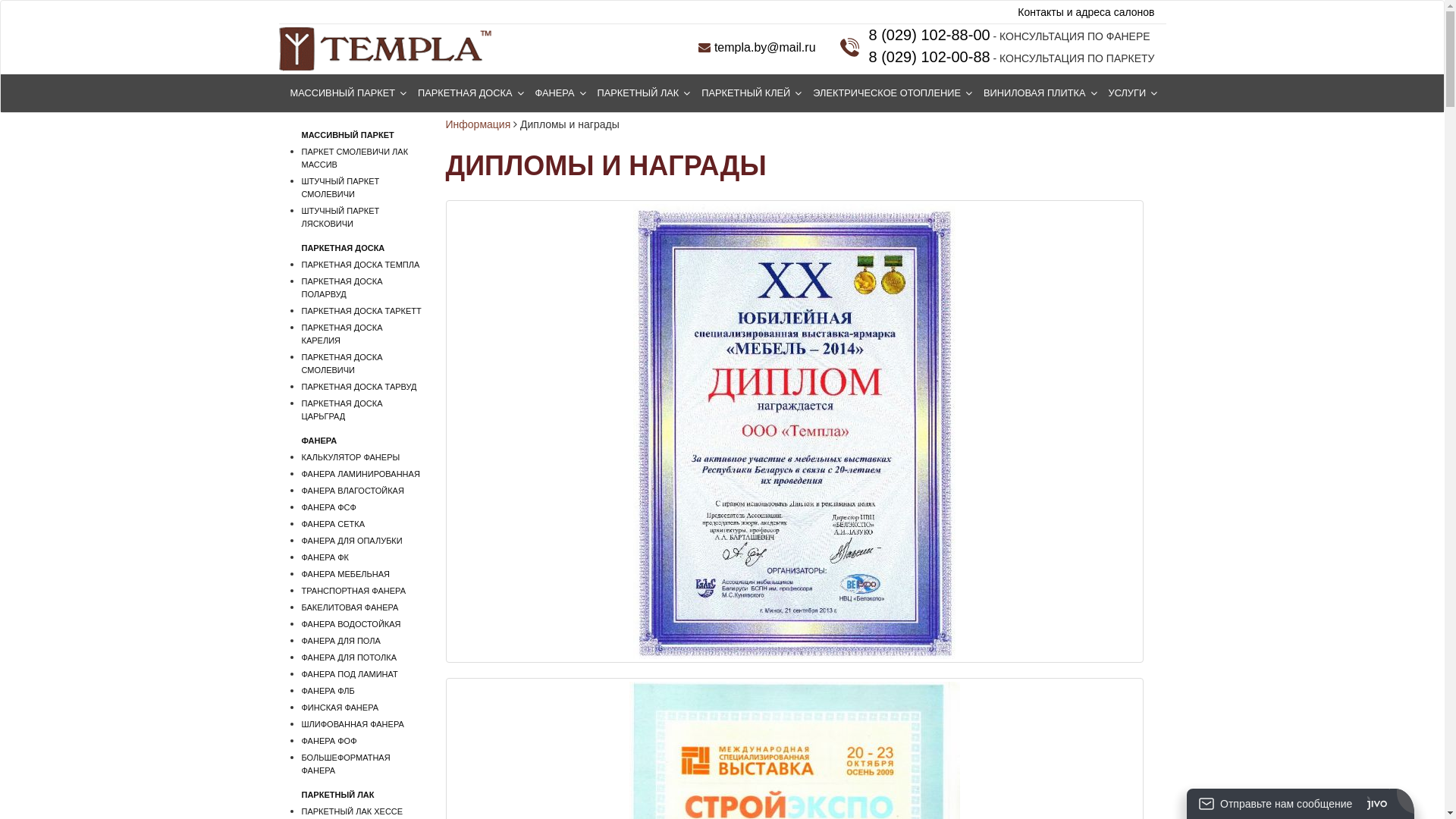 The height and width of the screenshot is (819, 1456). Describe the element at coordinates (757, 46) in the screenshot. I see `'templa.by@mail.ru'` at that location.